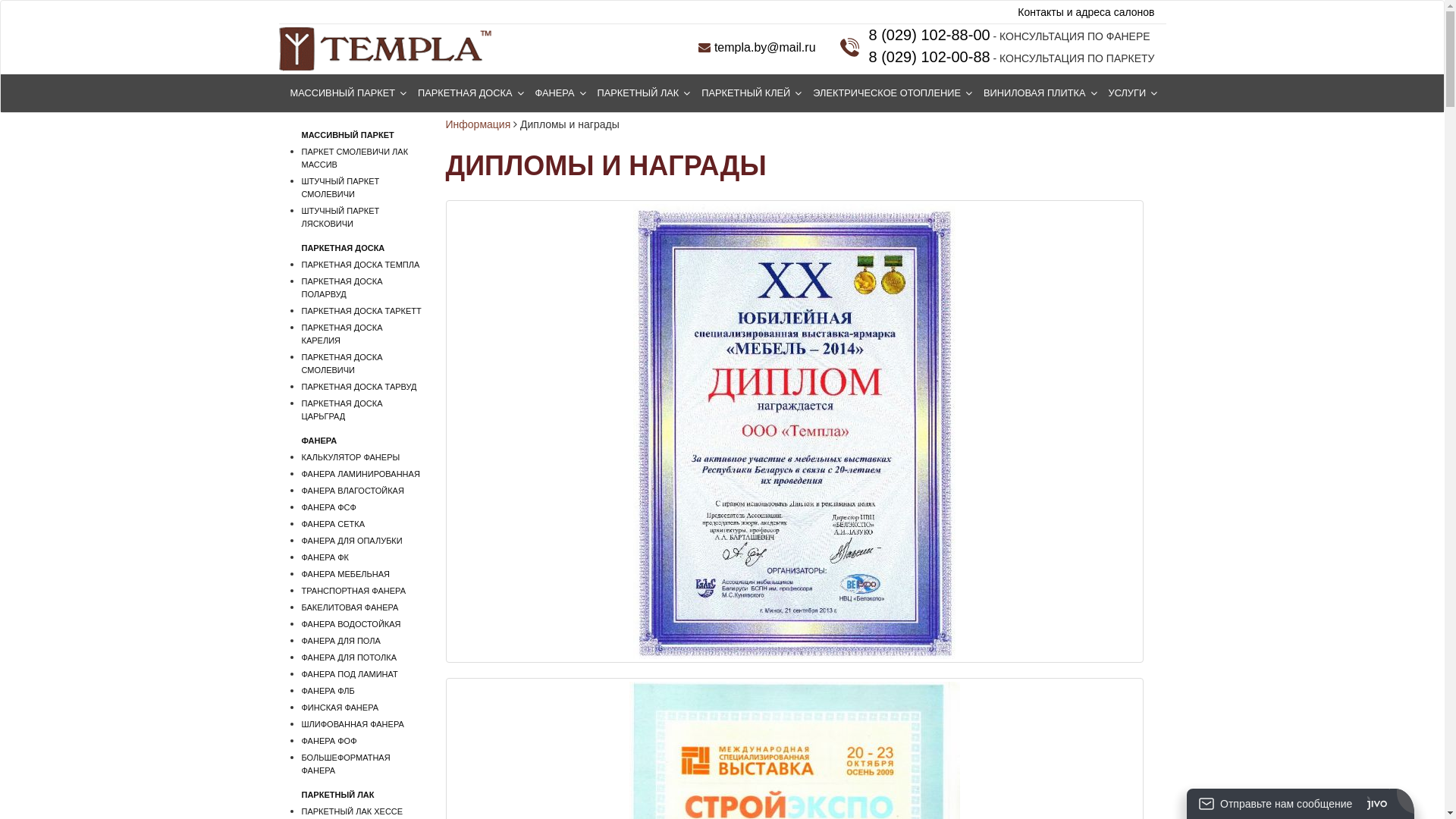 The height and width of the screenshot is (819, 1456). Describe the element at coordinates (757, 46) in the screenshot. I see `'templa.by@mail.ru'` at that location.